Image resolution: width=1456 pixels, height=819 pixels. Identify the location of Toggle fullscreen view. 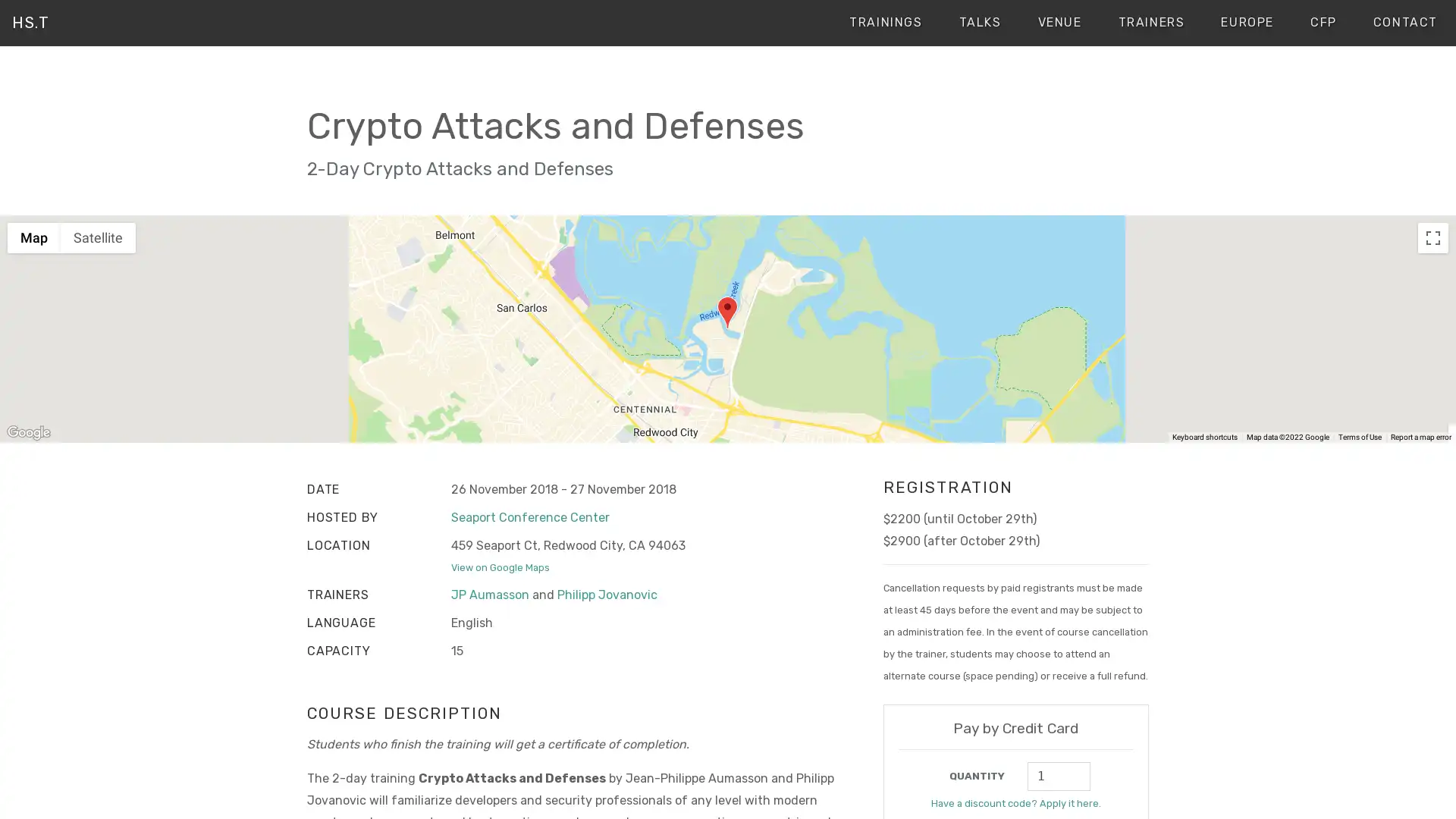
(1432, 237).